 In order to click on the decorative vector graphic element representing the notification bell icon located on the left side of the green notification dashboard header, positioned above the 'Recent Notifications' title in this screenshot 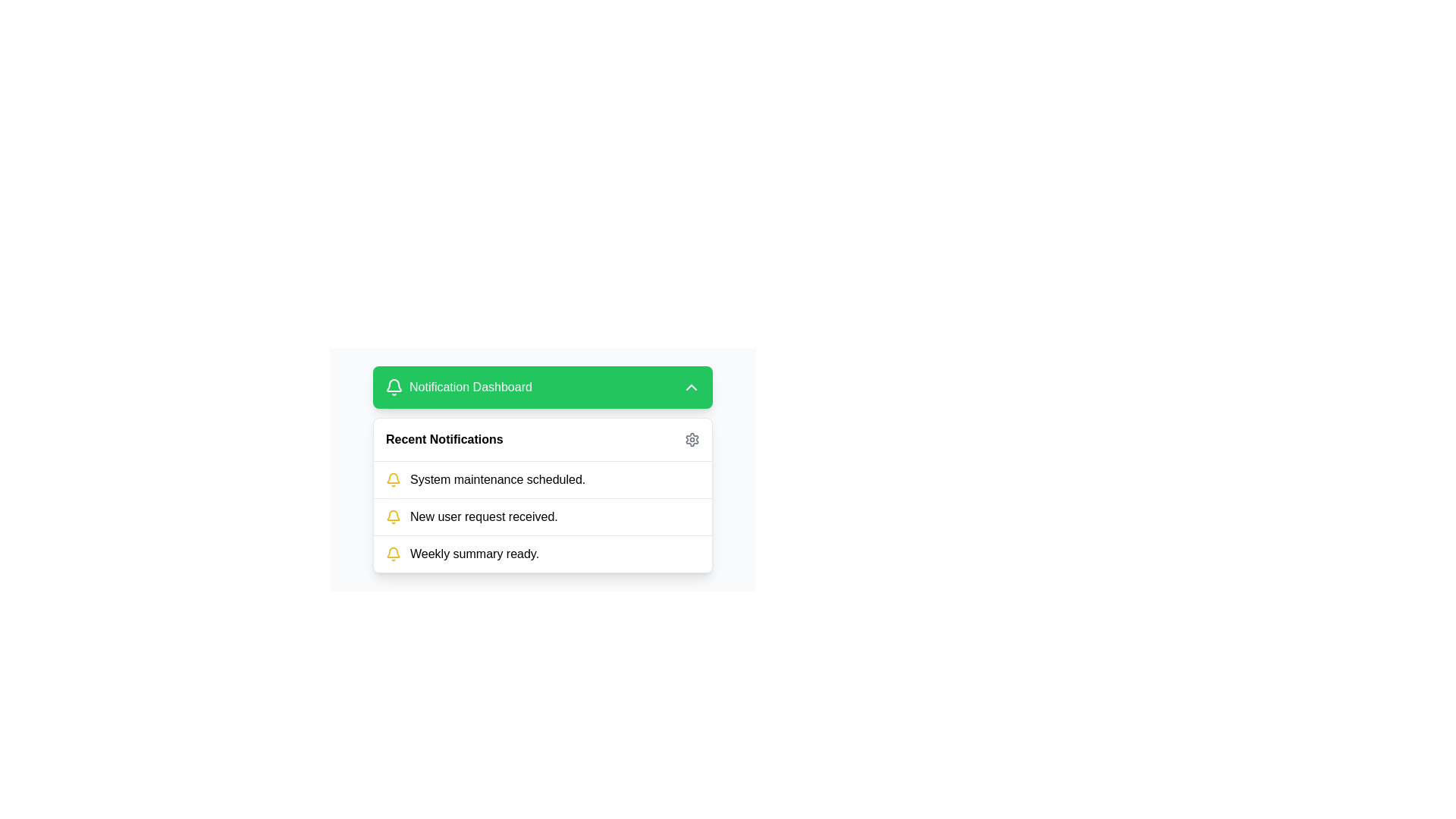, I will do `click(393, 514)`.